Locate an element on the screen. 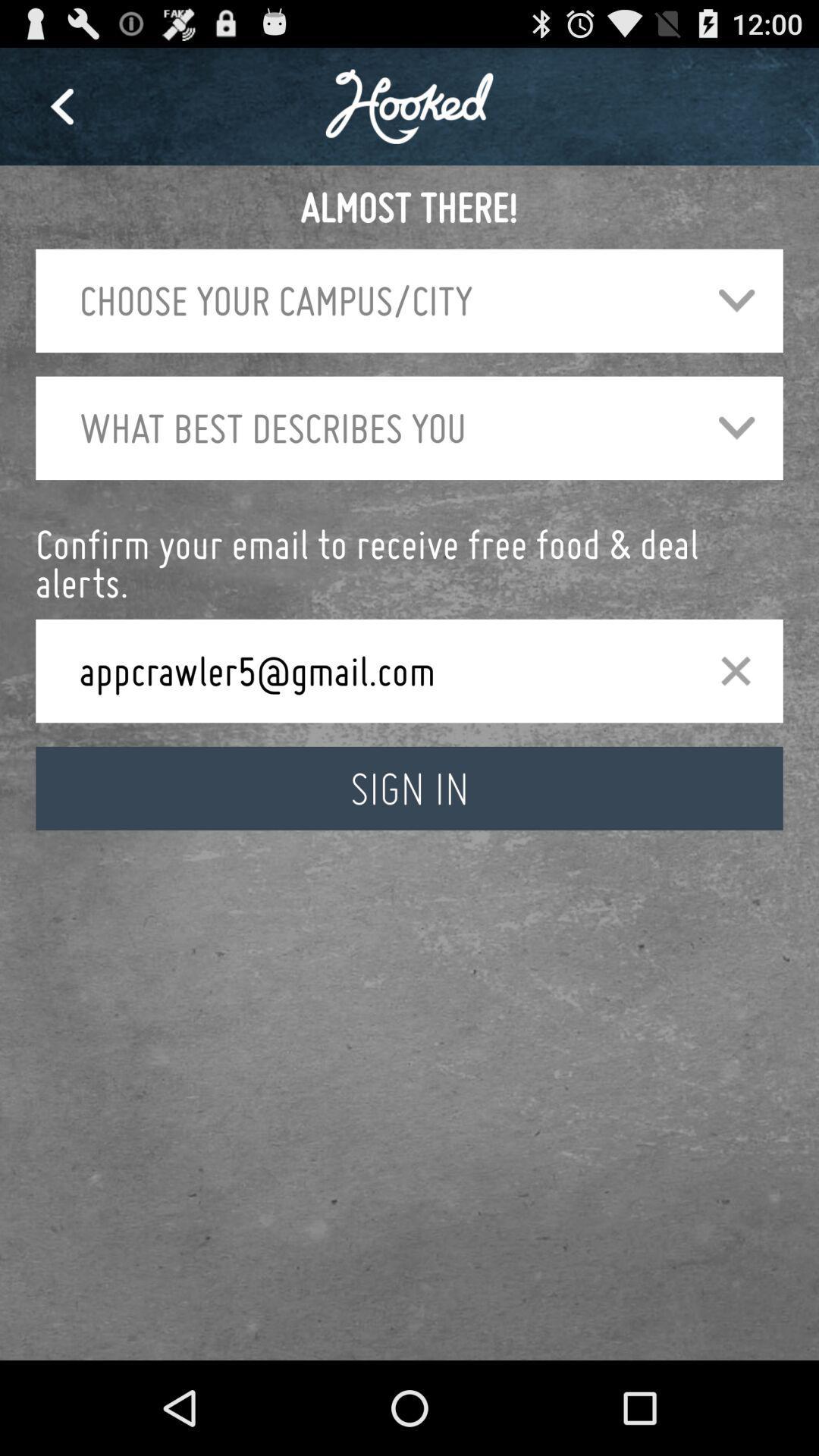 The image size is (819, 1456). the close icon is located at coordinates (735, 717).